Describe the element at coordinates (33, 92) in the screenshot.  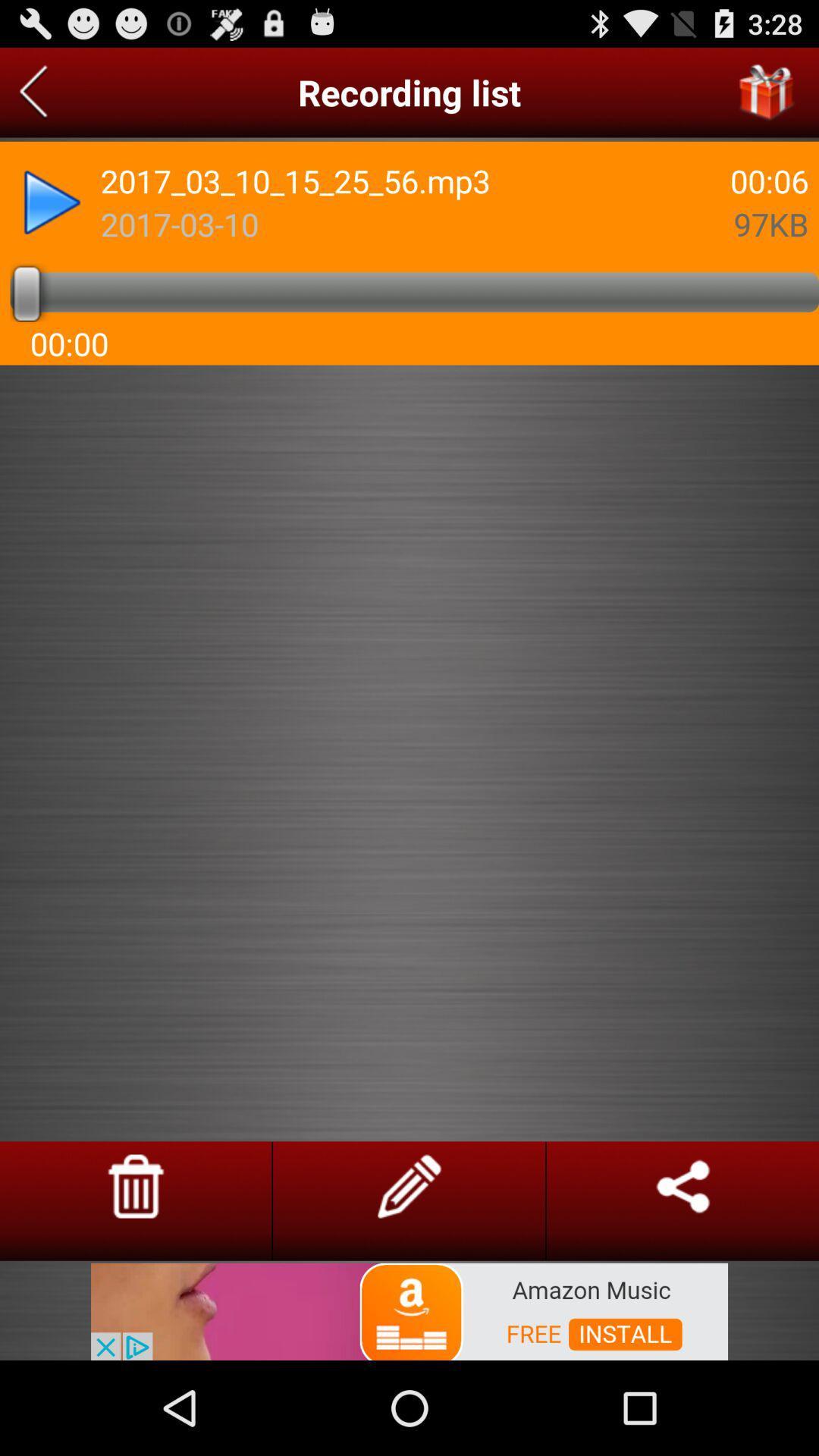
I see `next` at that location.